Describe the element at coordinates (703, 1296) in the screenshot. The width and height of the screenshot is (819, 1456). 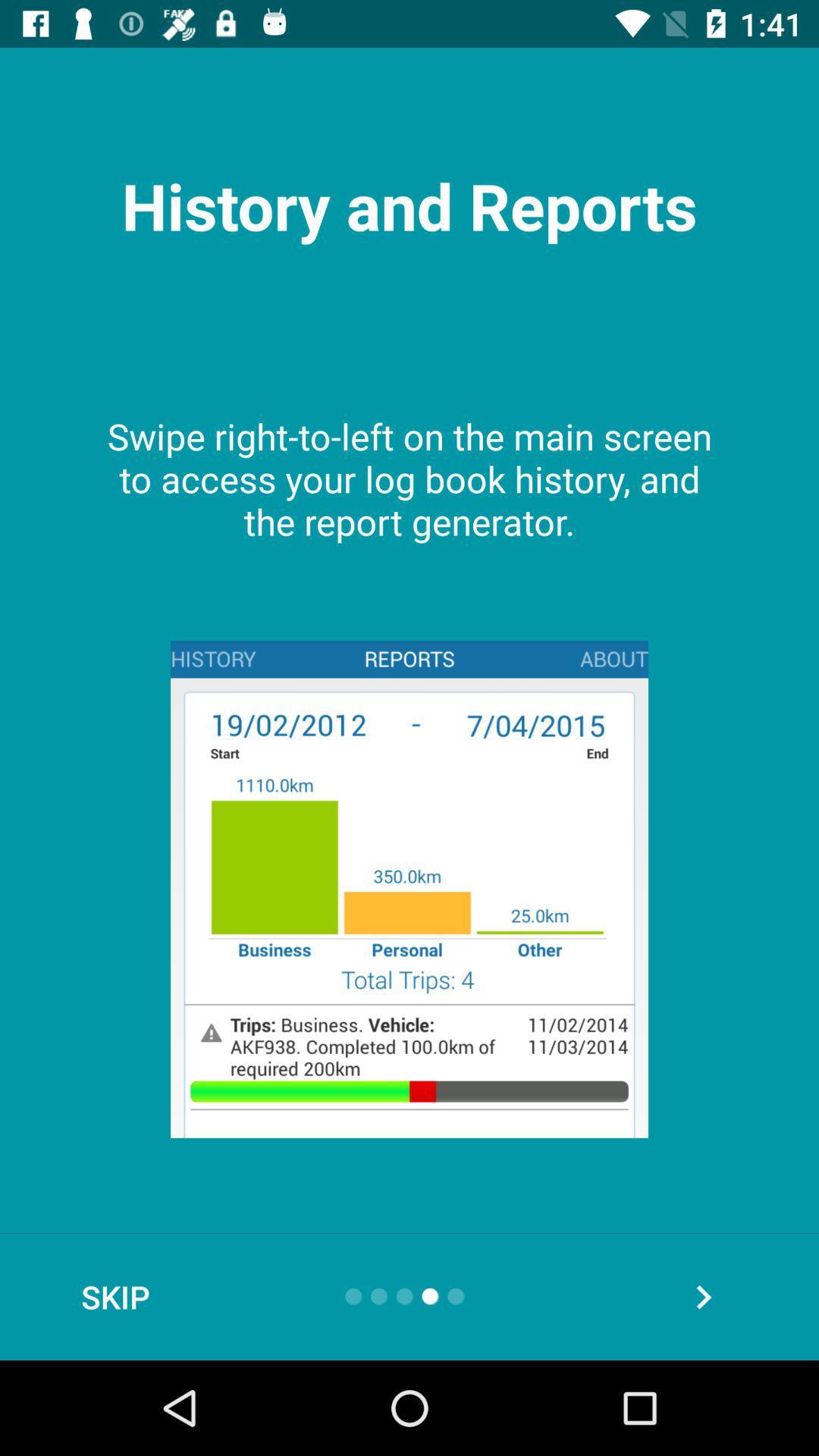
I see `the arrow_forward icon` at that location.